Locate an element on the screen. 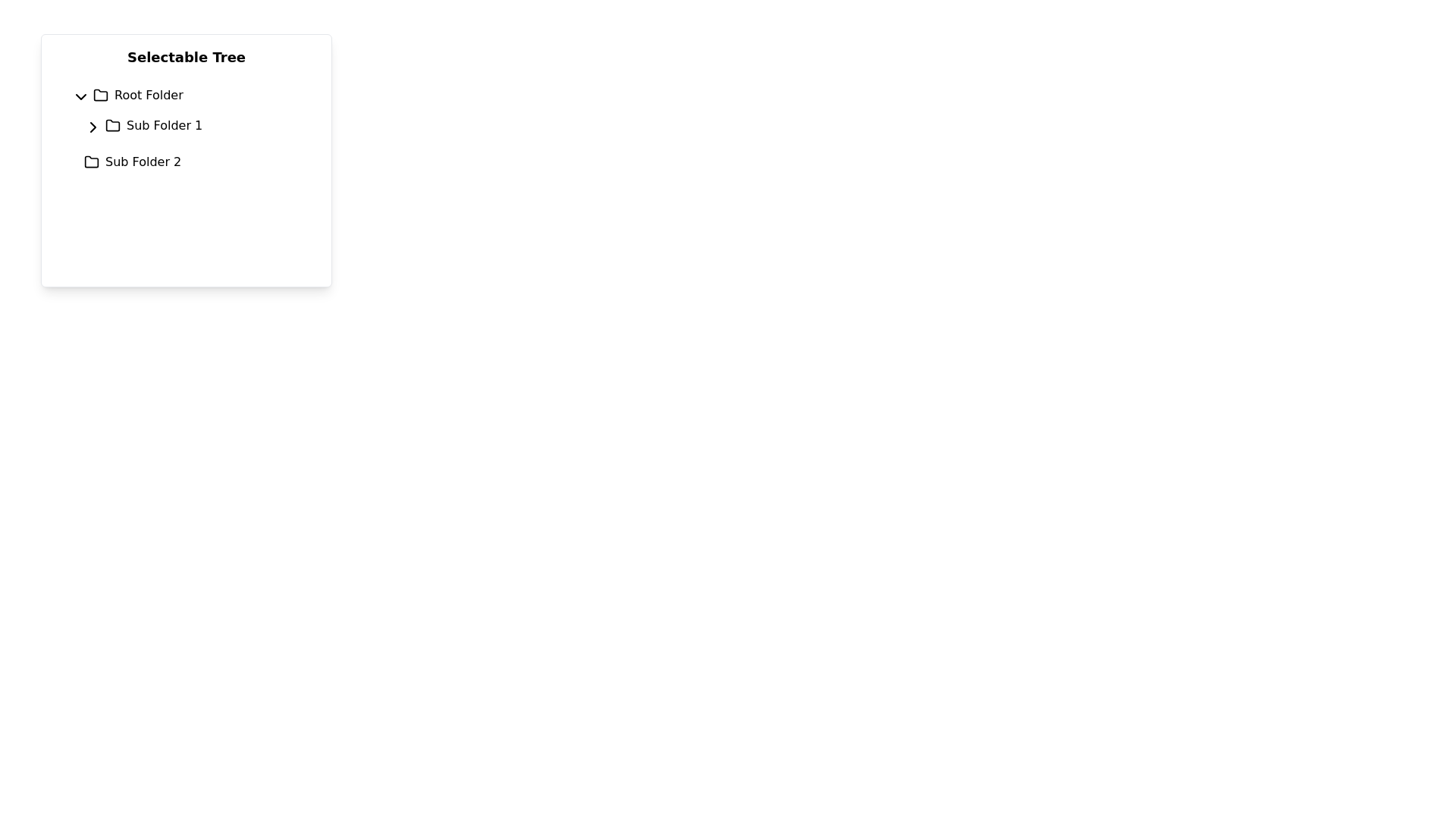 The width and height of the screenshot is (1456, 819). the chevron arrow icon pointing to the right next to 'Sub Folder 1' is located at coordinates (93, 127).